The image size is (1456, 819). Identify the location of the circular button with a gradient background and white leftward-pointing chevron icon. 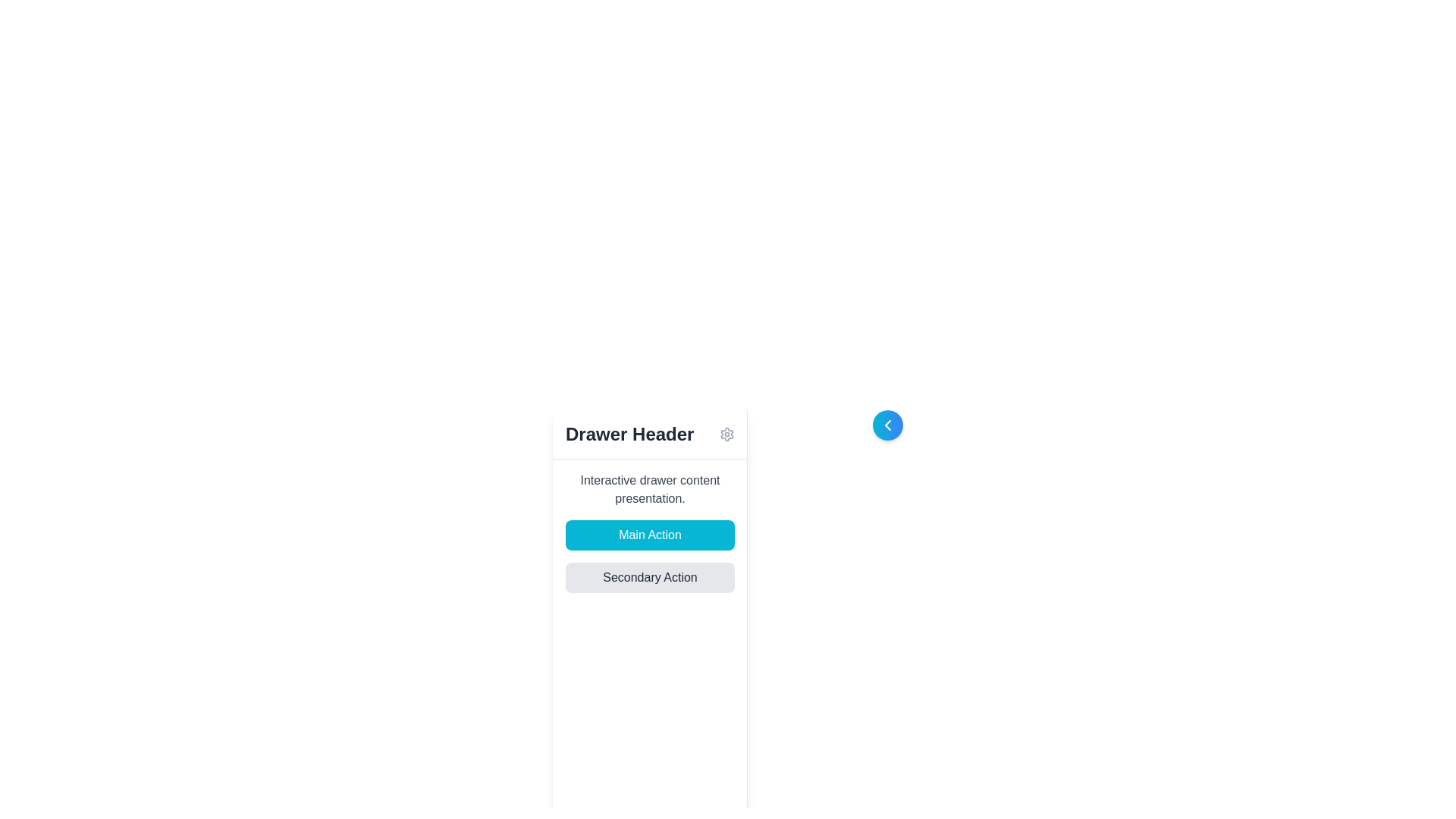
(887, 425).